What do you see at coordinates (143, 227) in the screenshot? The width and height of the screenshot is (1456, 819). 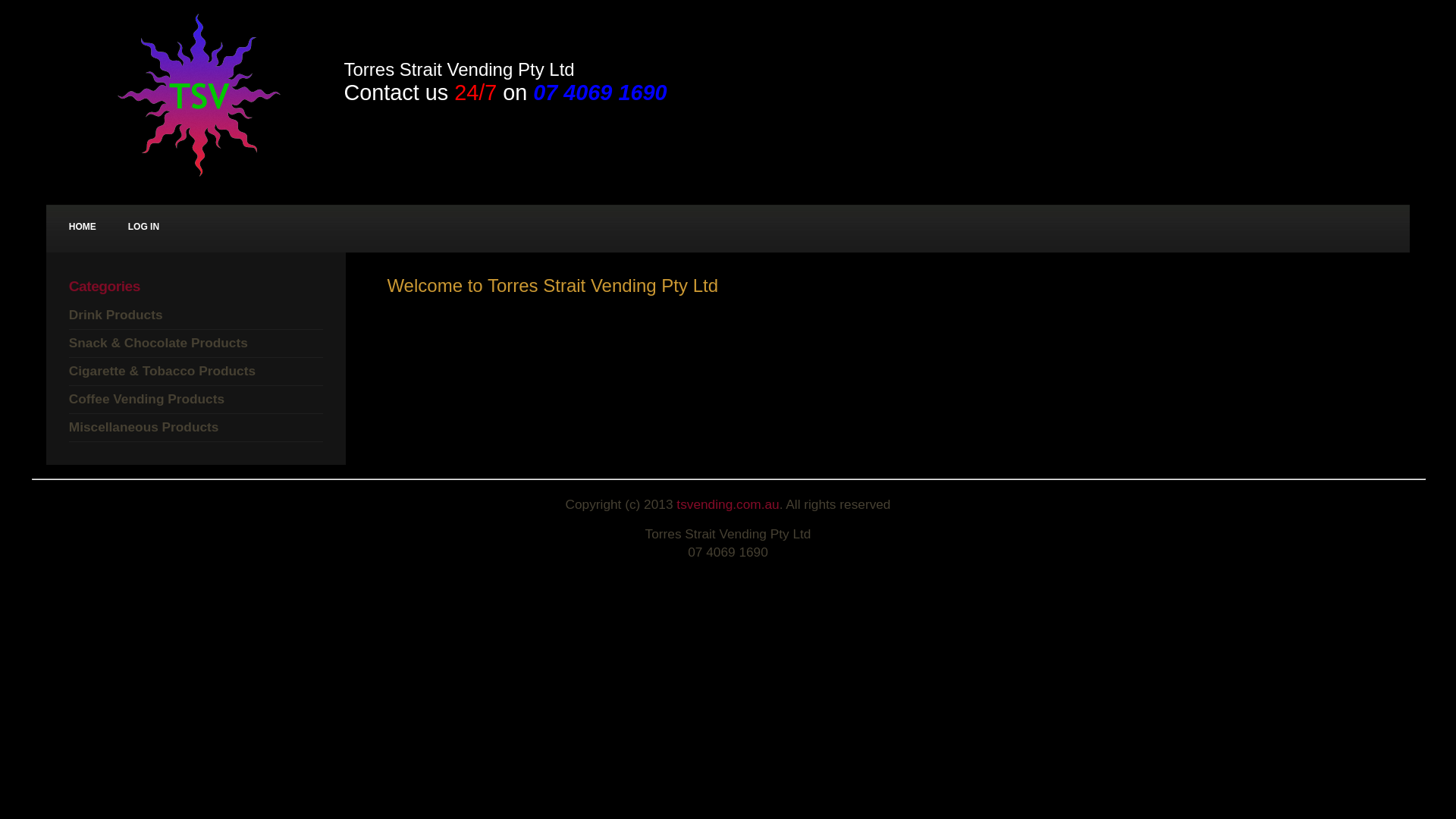 I see `'LOG IN'` at bounding box center [143, 227].